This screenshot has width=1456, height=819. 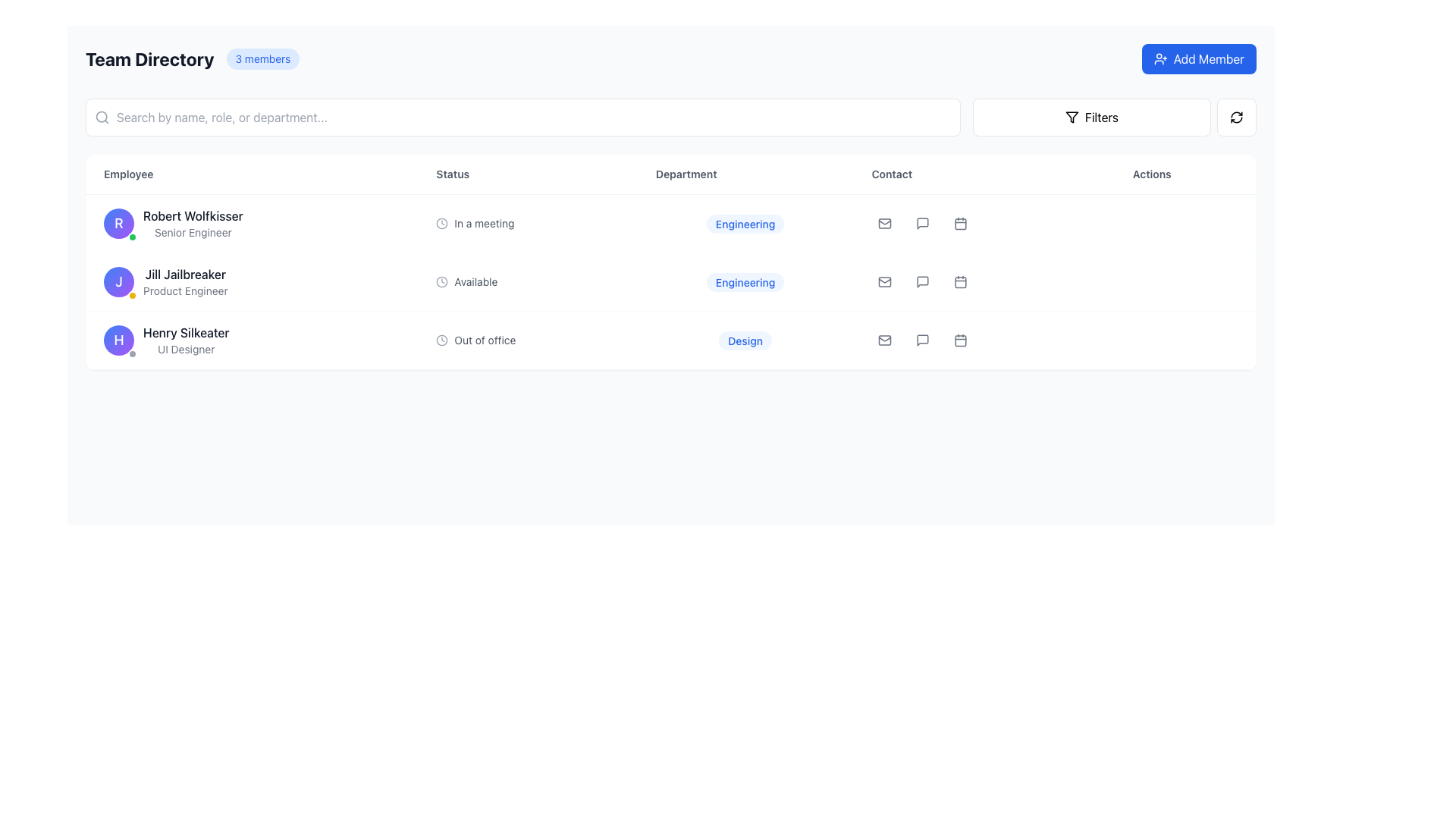 What do you see at coordinates (921, 339) in the screenshot?
I see `the message icon styled with a speech bubble outline in gray color, located in the 'Actions' column for 'Henry Silkeater' under 'Employee', to interact with the comments or message functionality` at bounding box center [921, 339].